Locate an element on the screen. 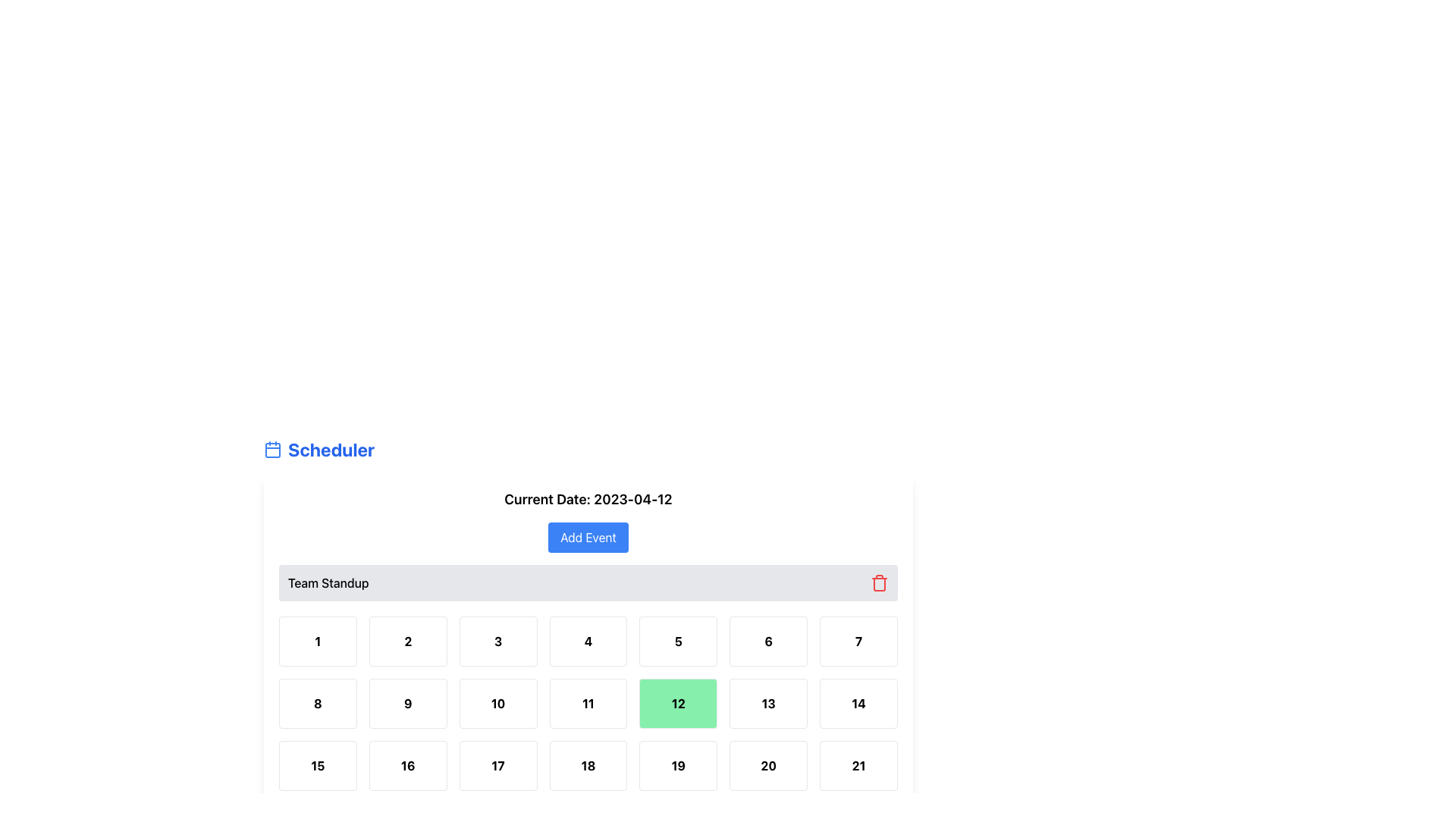 The height and width of the screenshot is (819, 1456). the button representing a date in the calendar grid located in the last column of the third row within the 'Team Standup' section is located at coordinates (858, 766).